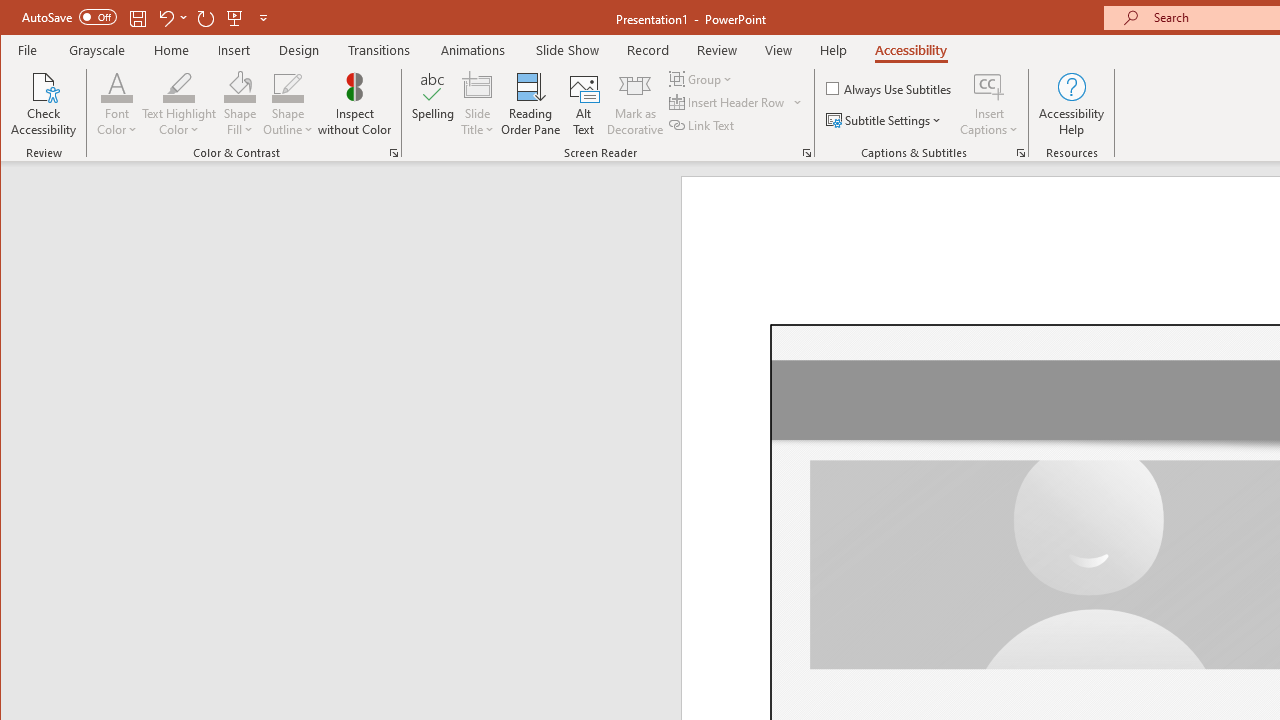  Describe the element at coordinates (287, 85) in the screenshot. I see `'Shape Outline Blue, Accent 1'` at that location.